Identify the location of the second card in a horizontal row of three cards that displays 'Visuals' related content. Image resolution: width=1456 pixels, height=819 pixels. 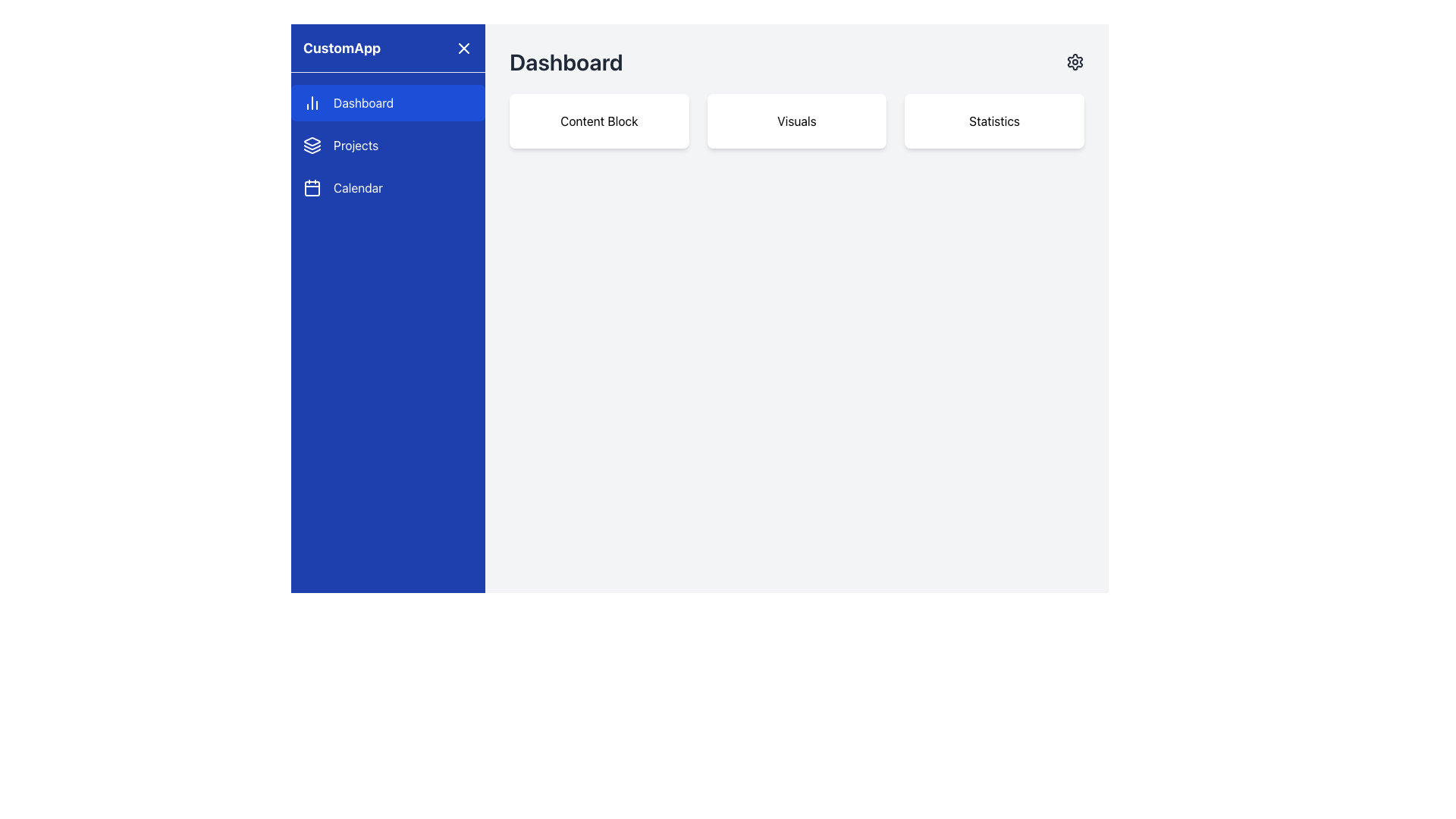
(796, 120).